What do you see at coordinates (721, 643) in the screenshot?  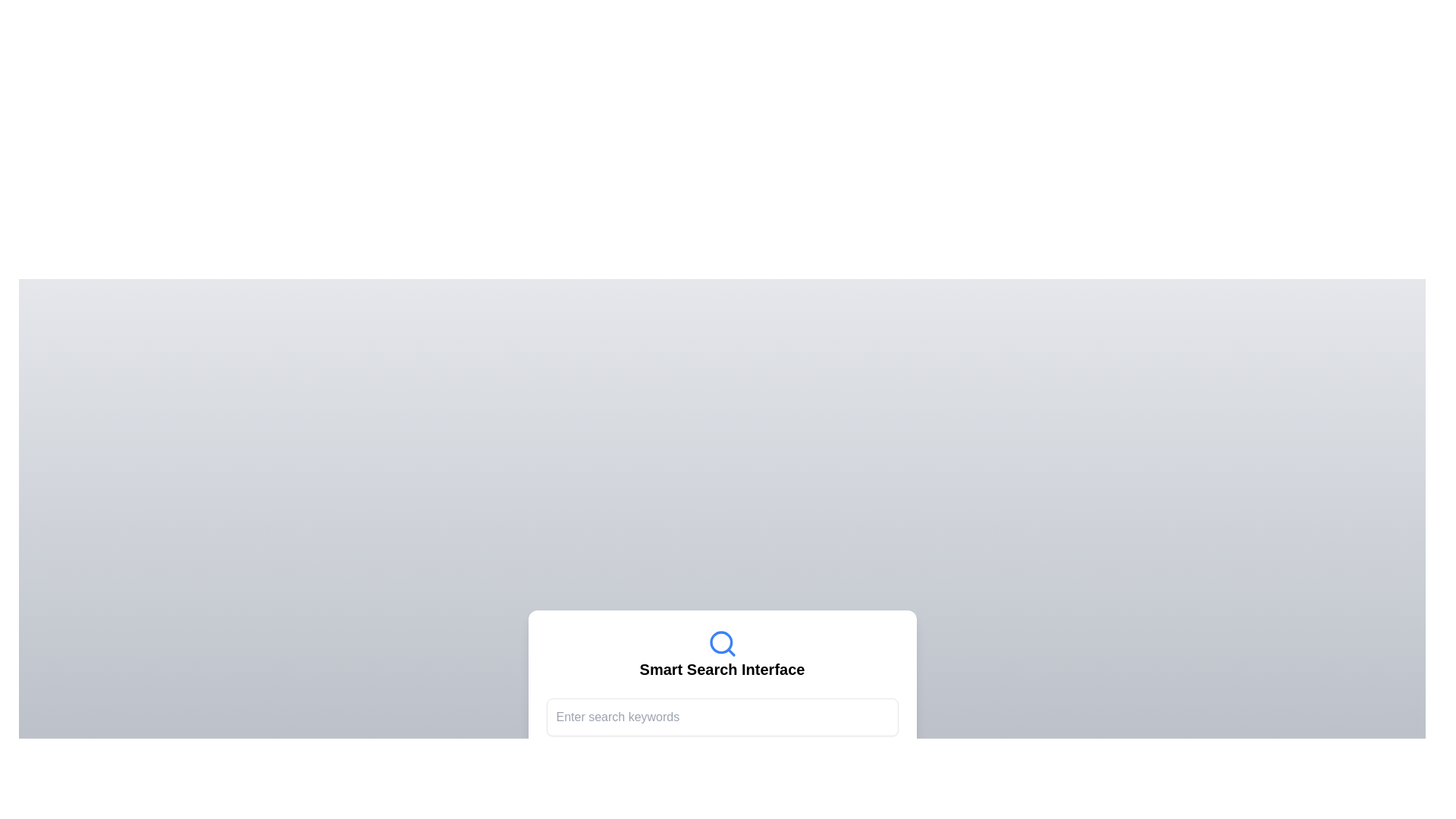 I see `the search icon that represents the search functionality, located above the 'Smart Search Interface' label` at bounding box center [721, 643].